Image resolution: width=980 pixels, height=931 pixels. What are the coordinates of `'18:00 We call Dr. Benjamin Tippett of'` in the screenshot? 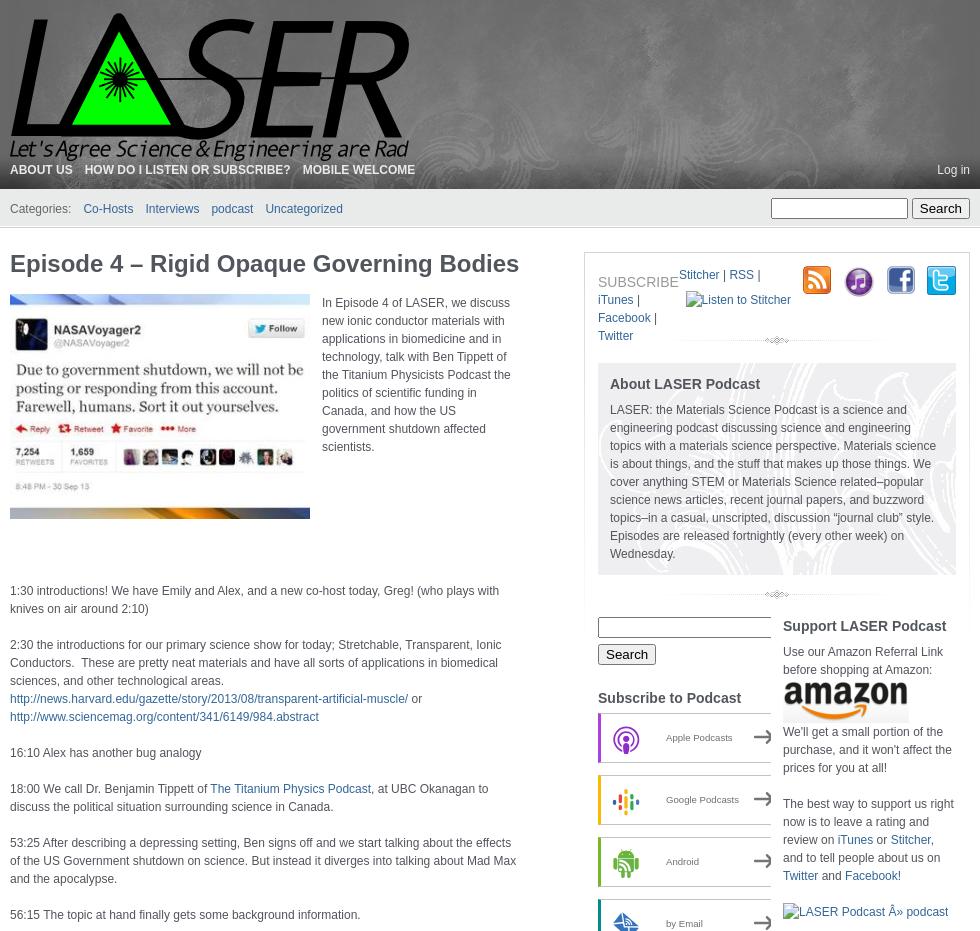 It's located at (9, 789).